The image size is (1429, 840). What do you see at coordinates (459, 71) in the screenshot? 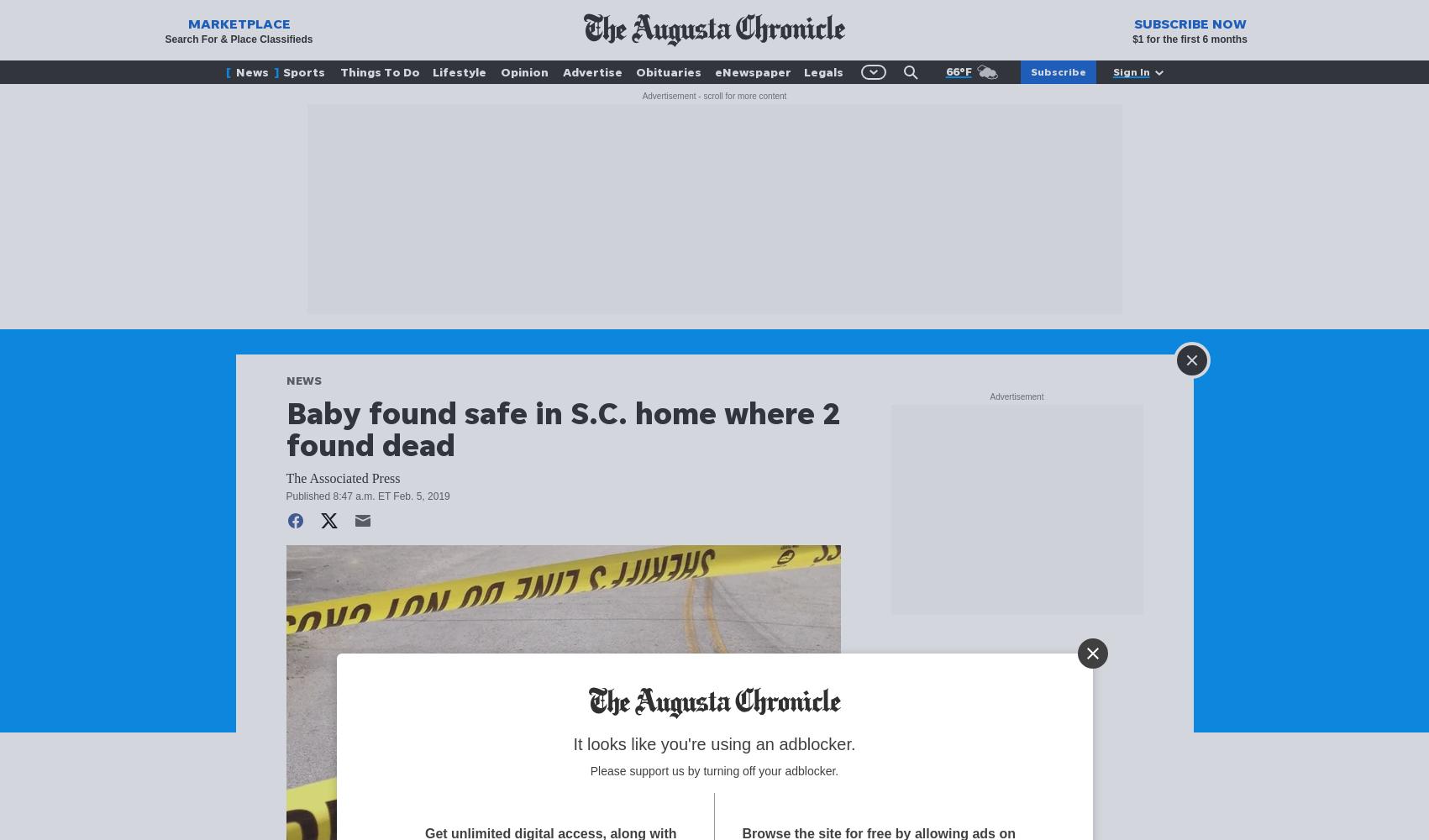
I see `'Lifestyle'` at bounding box center [459, 71].